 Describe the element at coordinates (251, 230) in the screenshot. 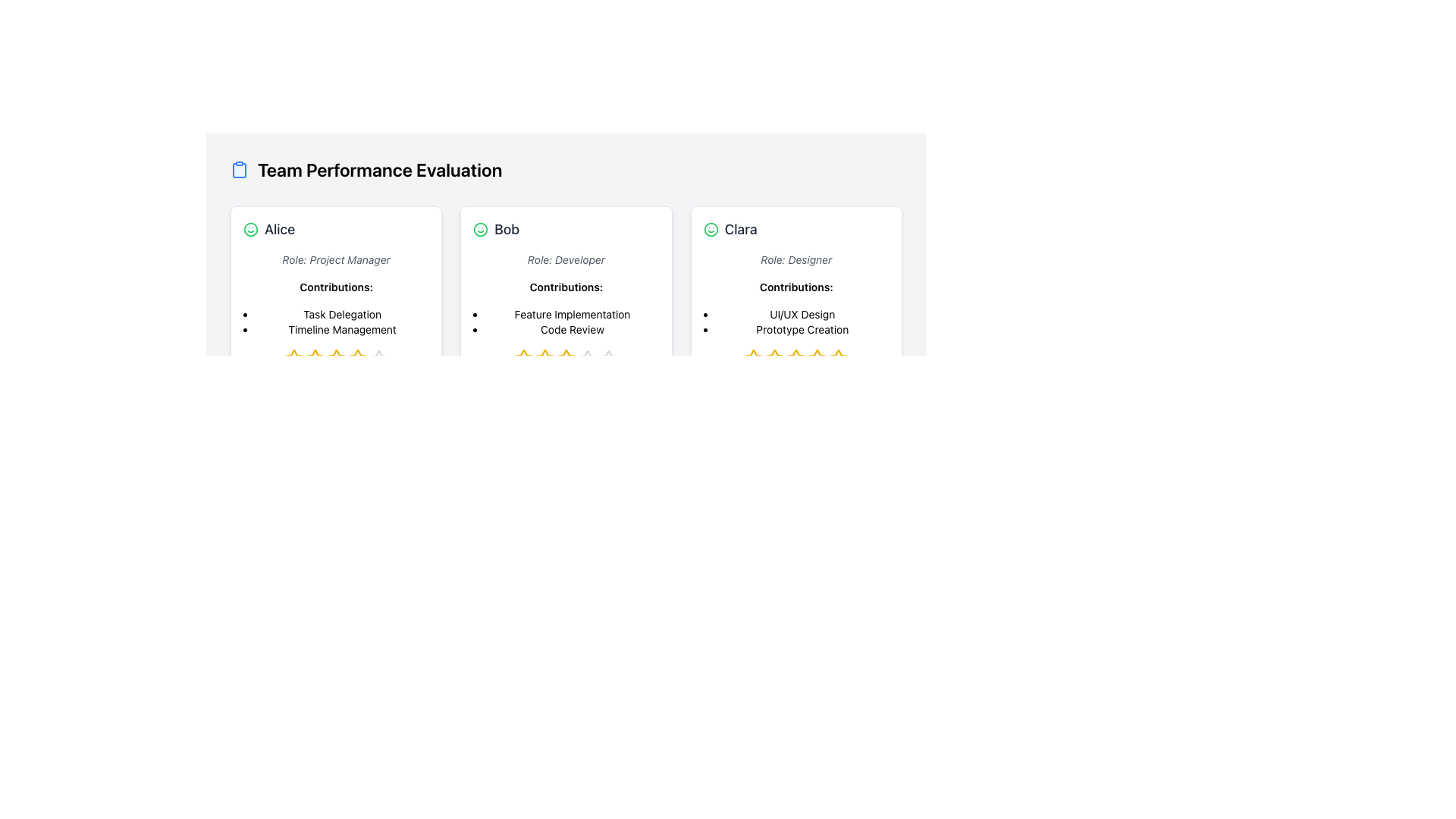

I see `the small circular icon with a green outline and a smiling face, located to the left of the name 'Alice' in the panel dedicated to her` at that location.